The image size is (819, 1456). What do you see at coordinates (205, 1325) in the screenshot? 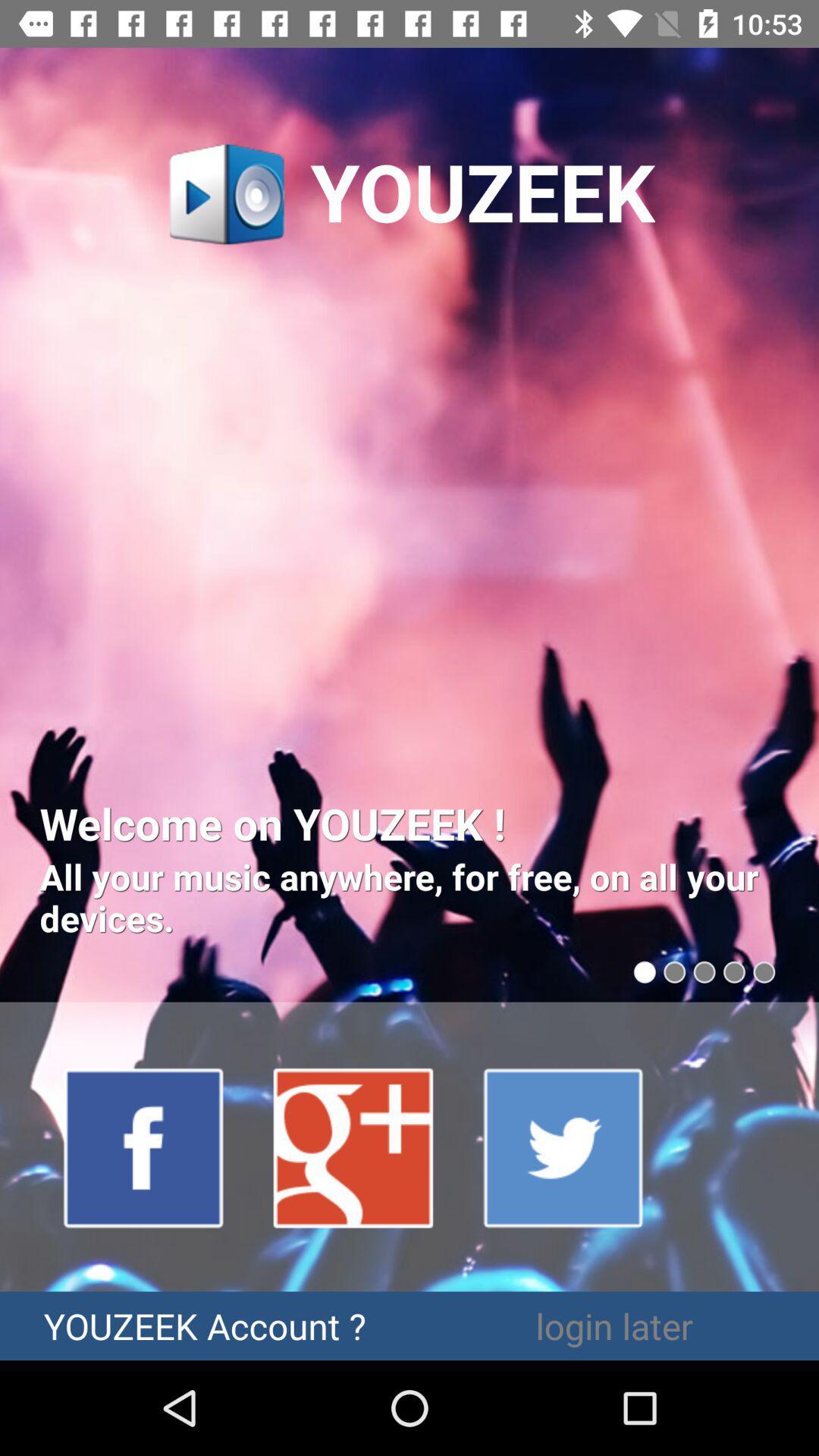
I see `youzeek account ? item` at bounding box center [205, 1325].